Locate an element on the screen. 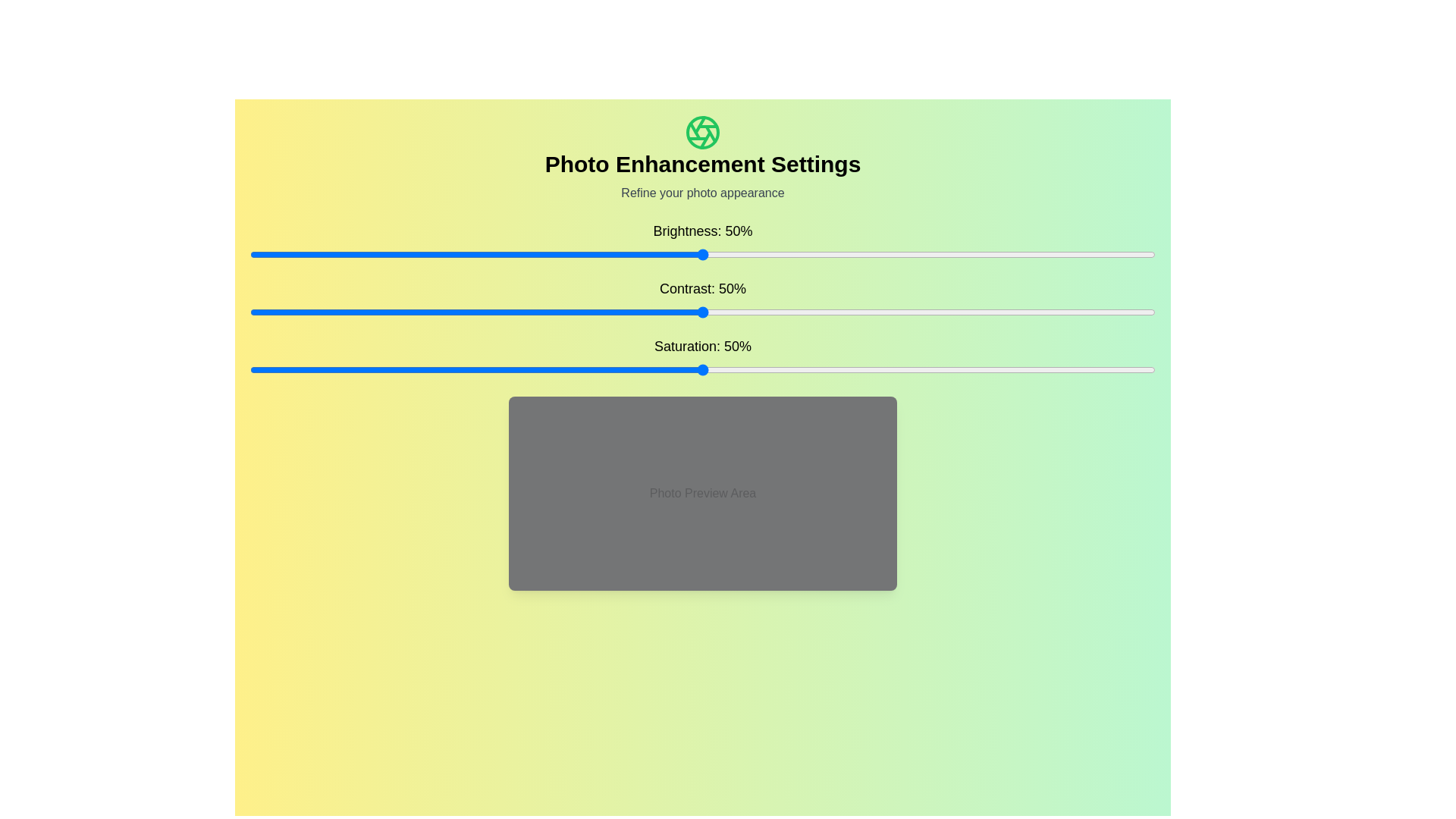 The height and width of the screenshot is (819, 1456). the brightness slider to set the brightness to 10% is located at coordinates (340, 253).